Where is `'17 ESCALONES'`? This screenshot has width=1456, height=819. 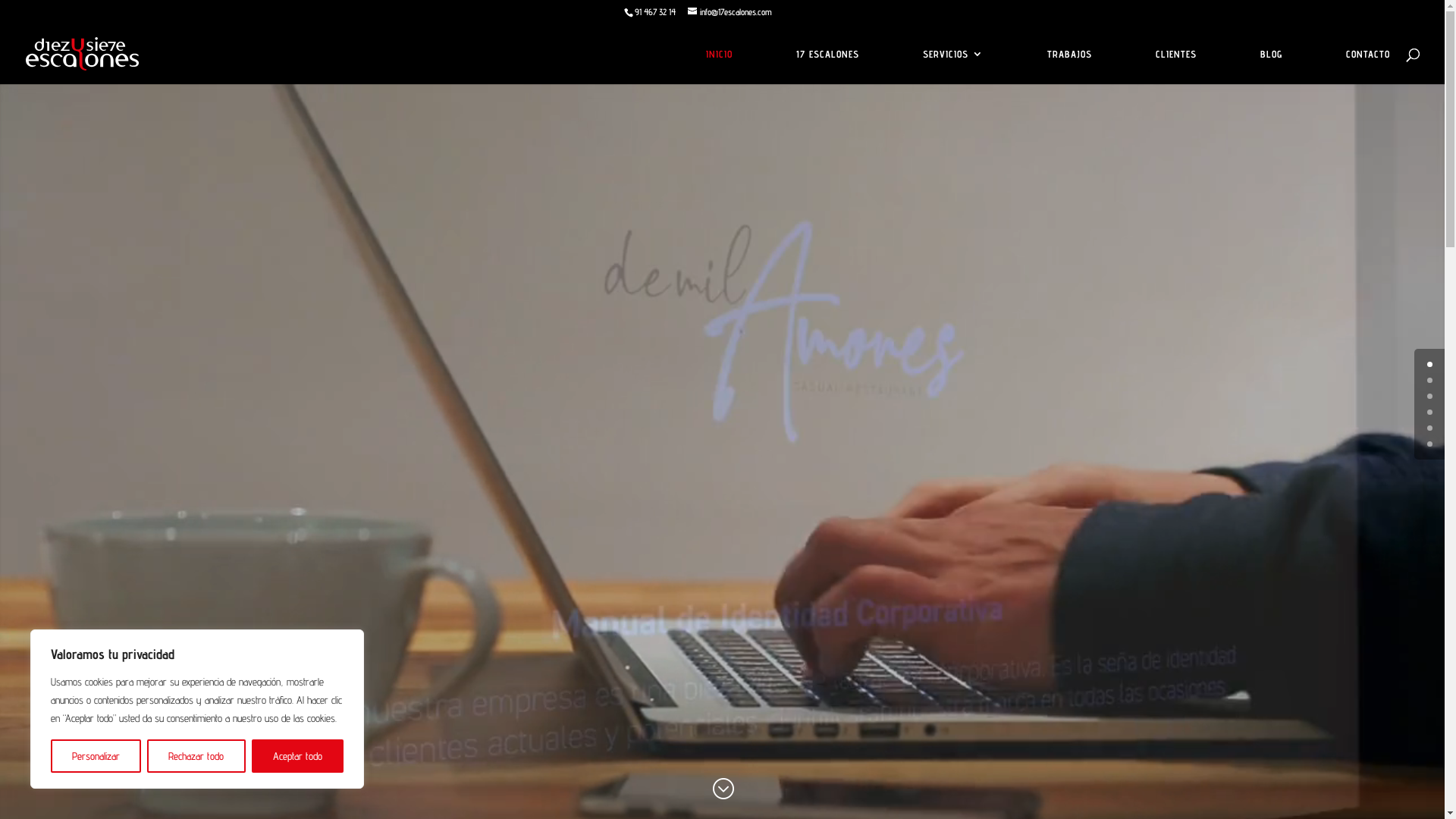
'17 ESCALONES' is located at coordinates (827, 65).